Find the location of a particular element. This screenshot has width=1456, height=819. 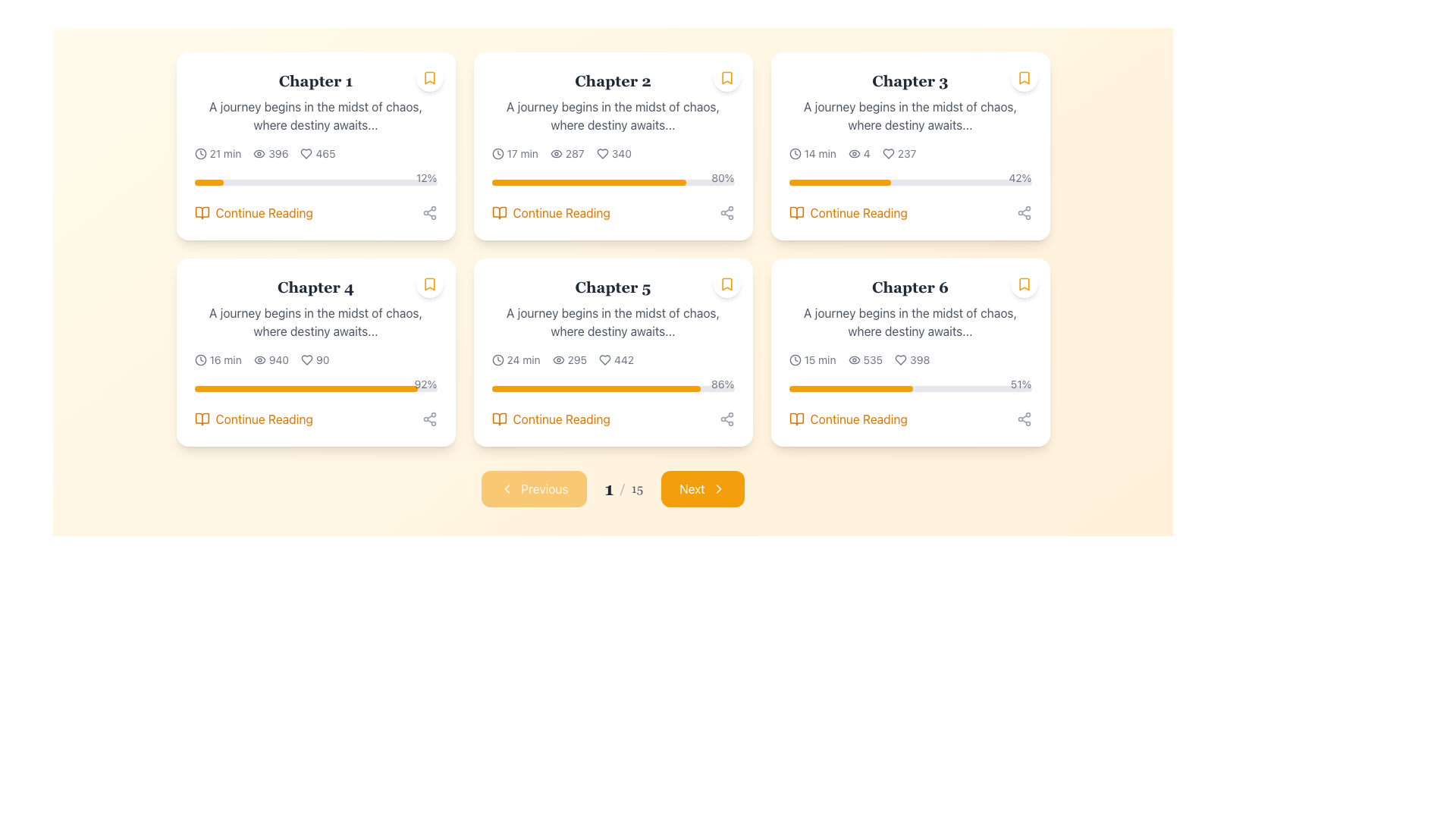

the 'Continue Reading' icon located to the left of the 'Continue Reading' text button under the summary of 'Chapter 3' is located at coordinates (795, 213).